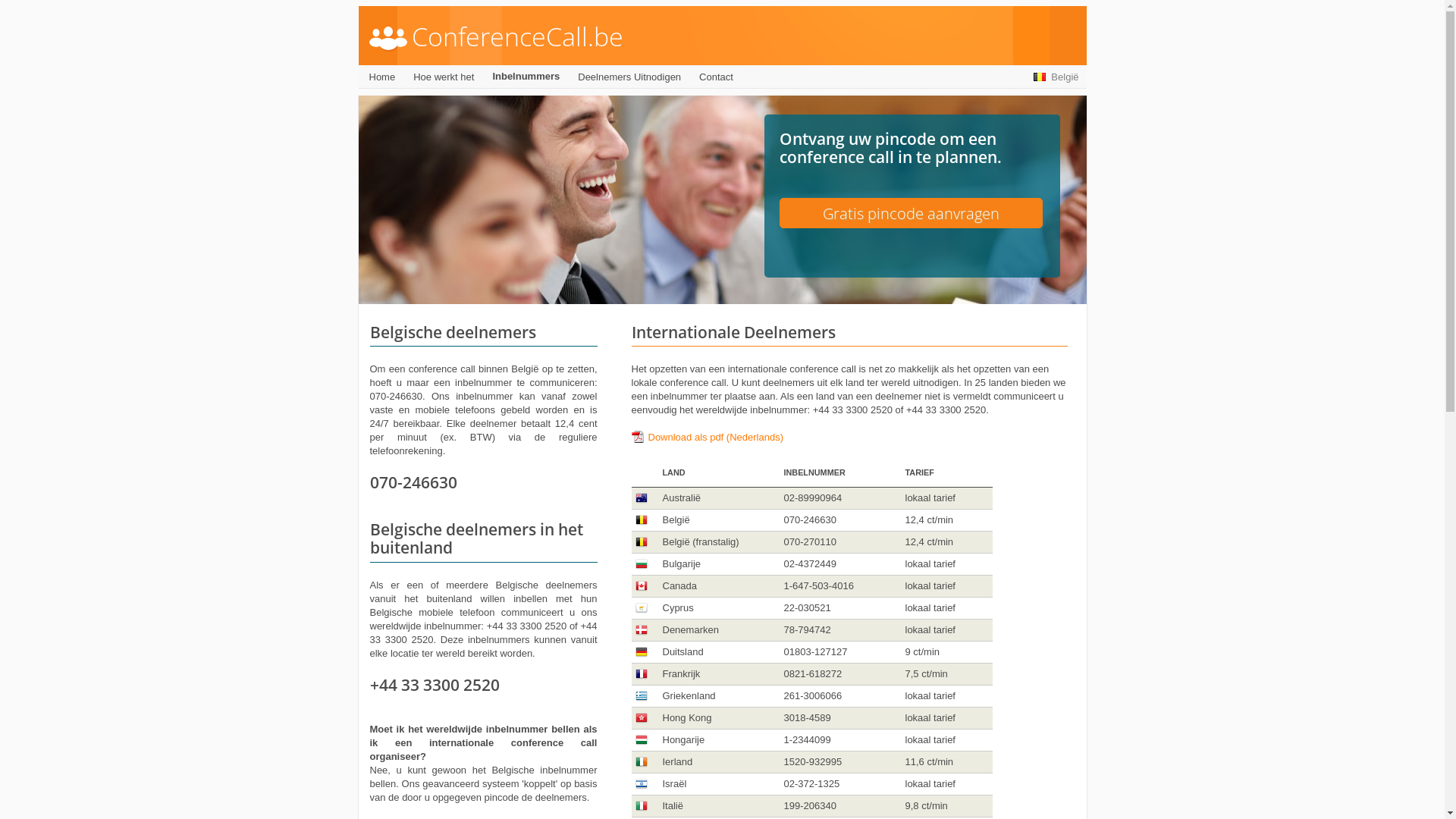  Describe the element at coordinates (381, 77) in the screenshot. I see `'Home'` at that location.